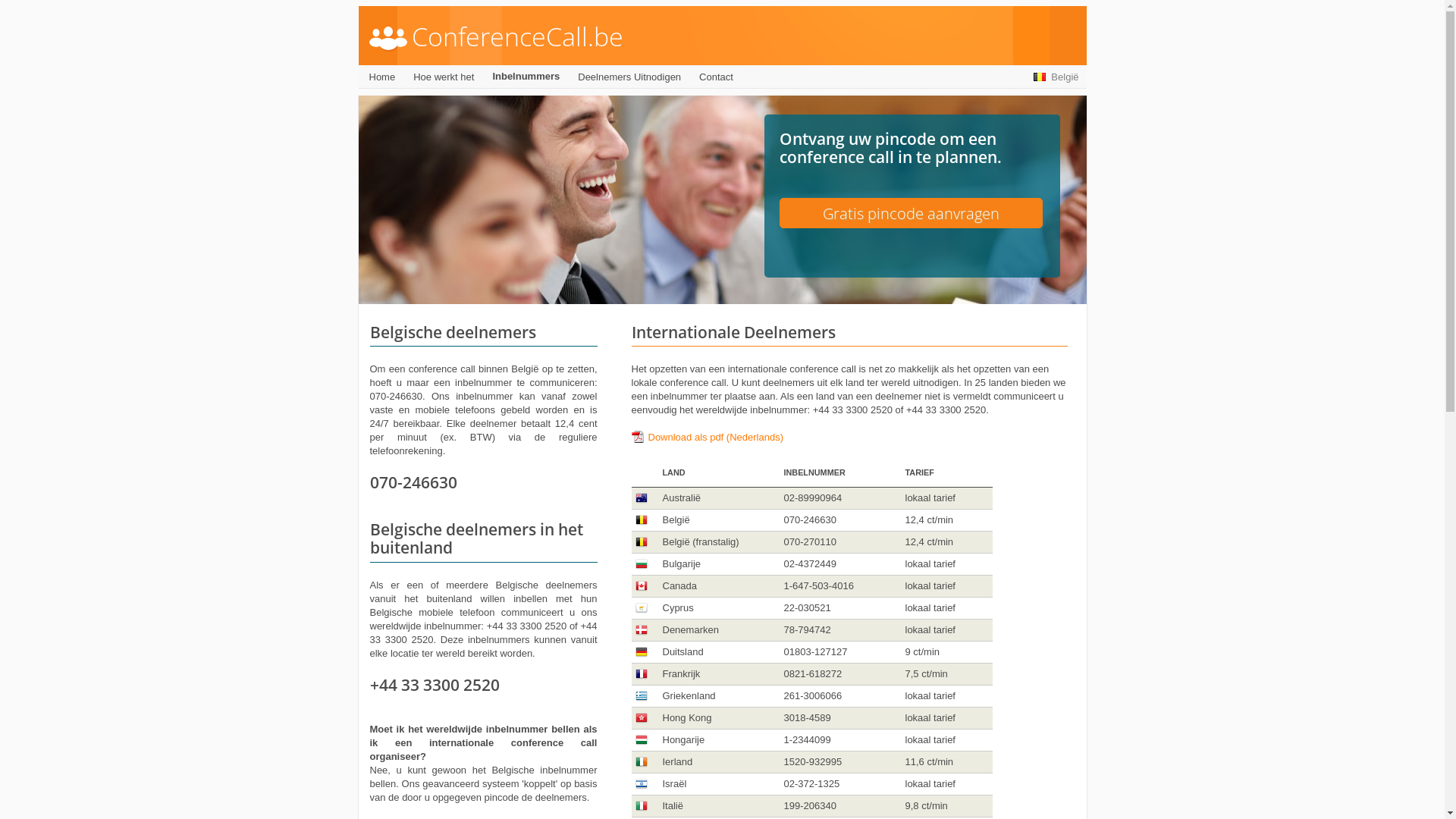  Describe the element at coordinates (381, 77) in the screenshot. I see `'Home'` at that location.